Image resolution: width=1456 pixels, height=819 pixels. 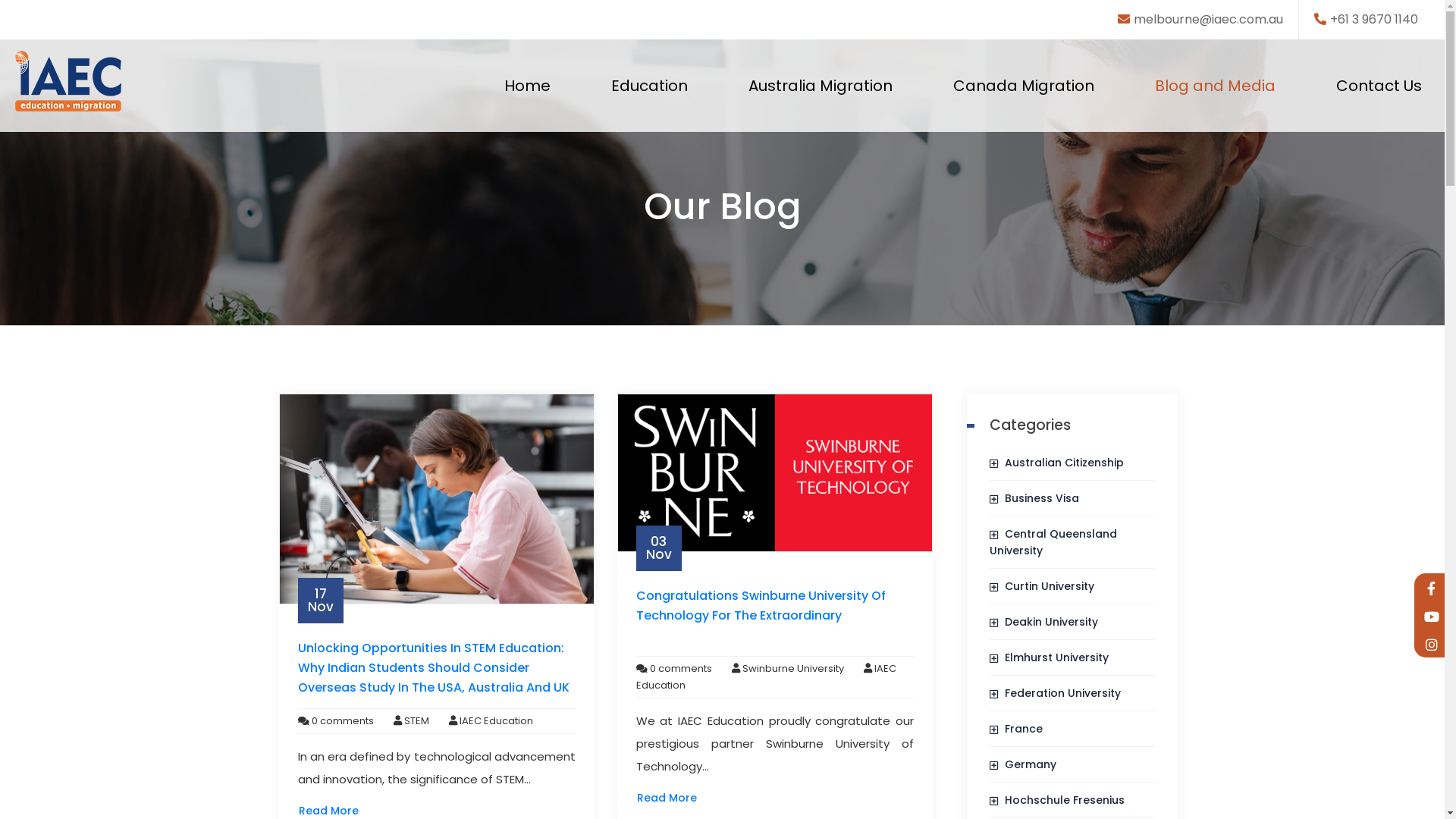 What do you see at coordinates (990, 727) in the screenshot?
I see `'France'` at bounding box center [990, 727].